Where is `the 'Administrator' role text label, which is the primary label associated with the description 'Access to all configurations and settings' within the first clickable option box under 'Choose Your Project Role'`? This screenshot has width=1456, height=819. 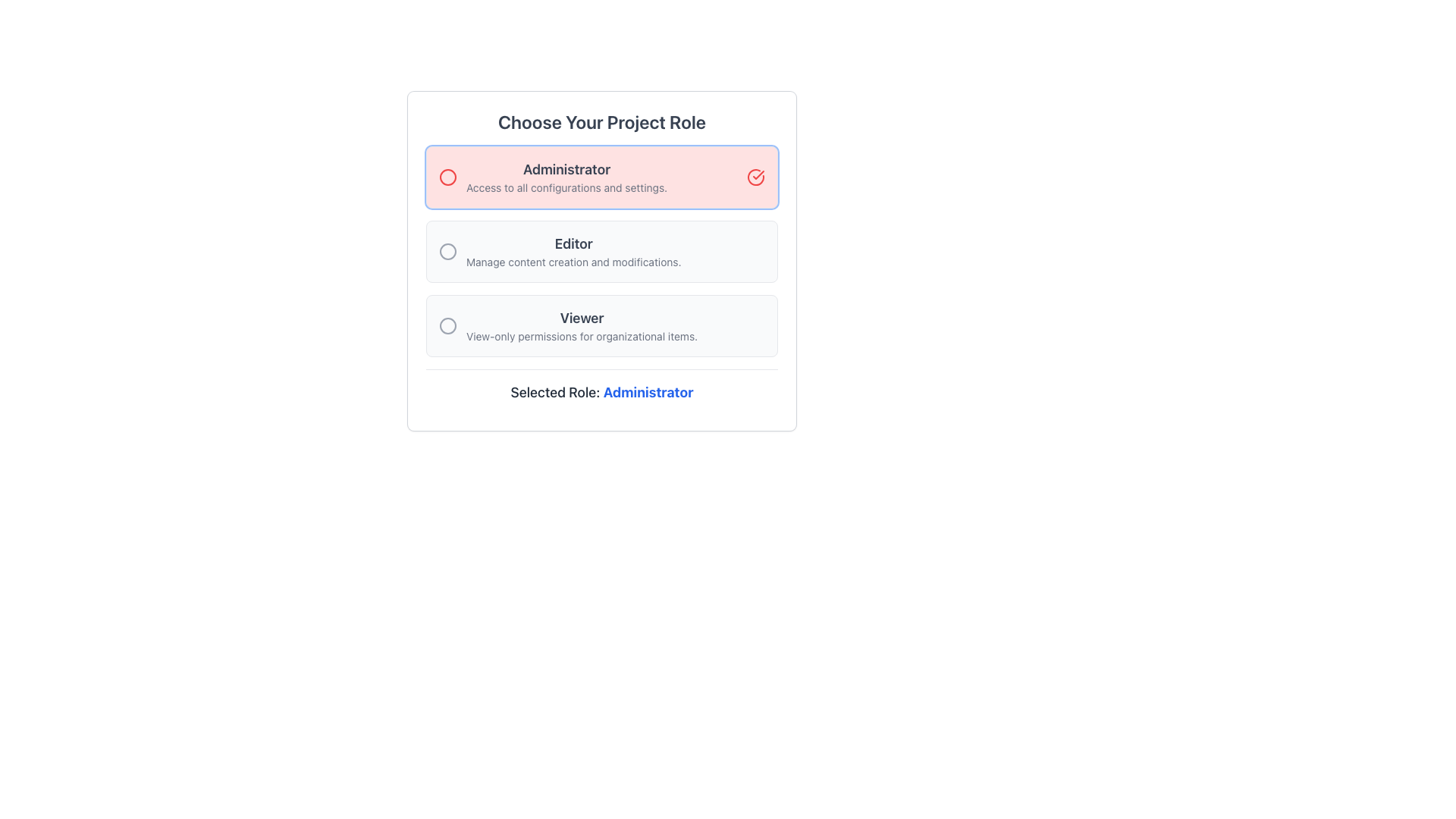
the 'Administrator' role text label, which is the primary label associated with the description 'Access to all configurations and settings' within the first clickable option box under 'Choose Your Project Role' is located at coordinates (566, 169).